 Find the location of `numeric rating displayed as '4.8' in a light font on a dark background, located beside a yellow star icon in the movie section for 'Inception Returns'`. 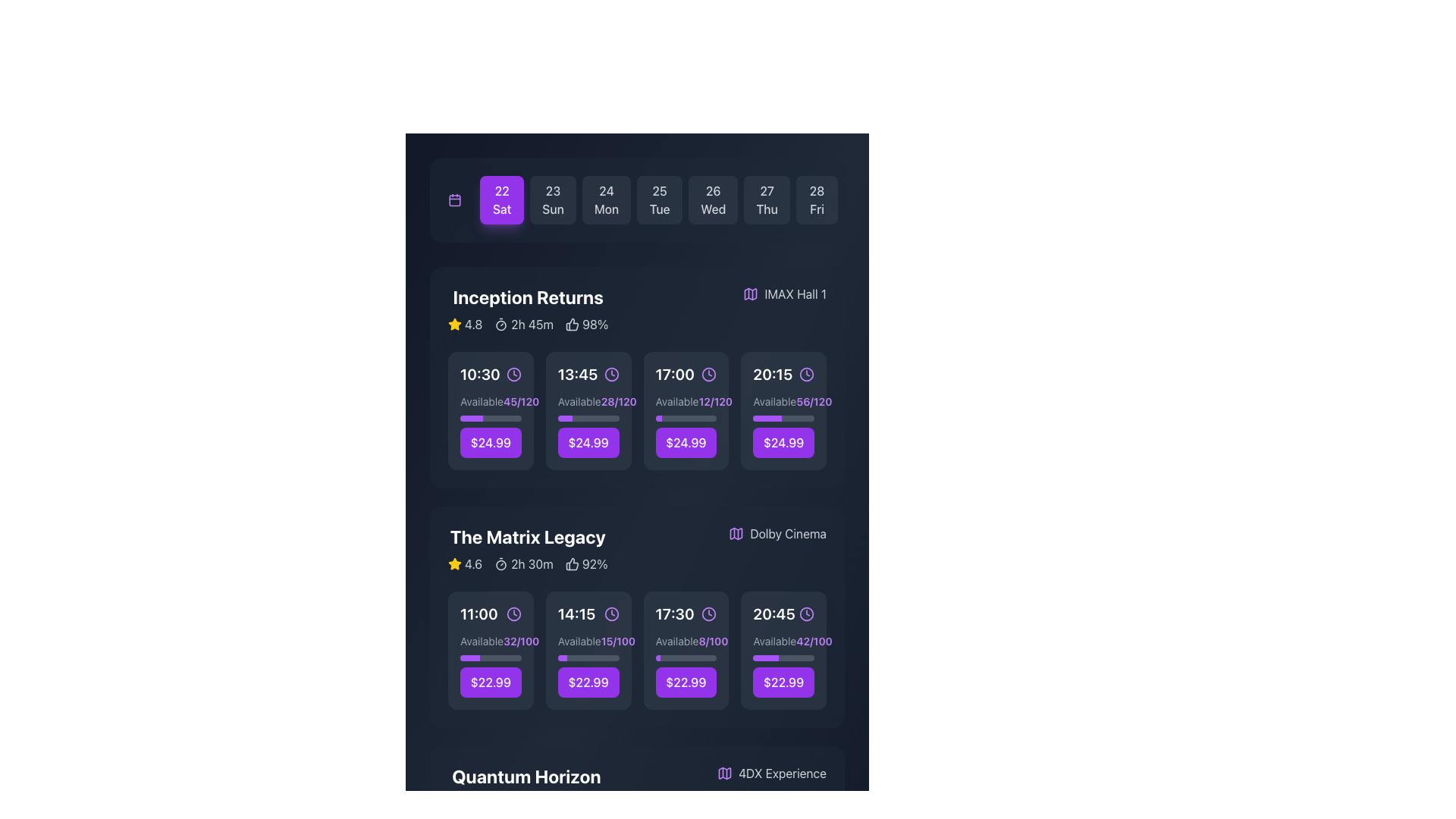

numeric rating displayed as '4.8' in a light font on a dark background, located beside a yellow star icon in the movie section for 'Inception Returns' is located at coordinates (472, 324).